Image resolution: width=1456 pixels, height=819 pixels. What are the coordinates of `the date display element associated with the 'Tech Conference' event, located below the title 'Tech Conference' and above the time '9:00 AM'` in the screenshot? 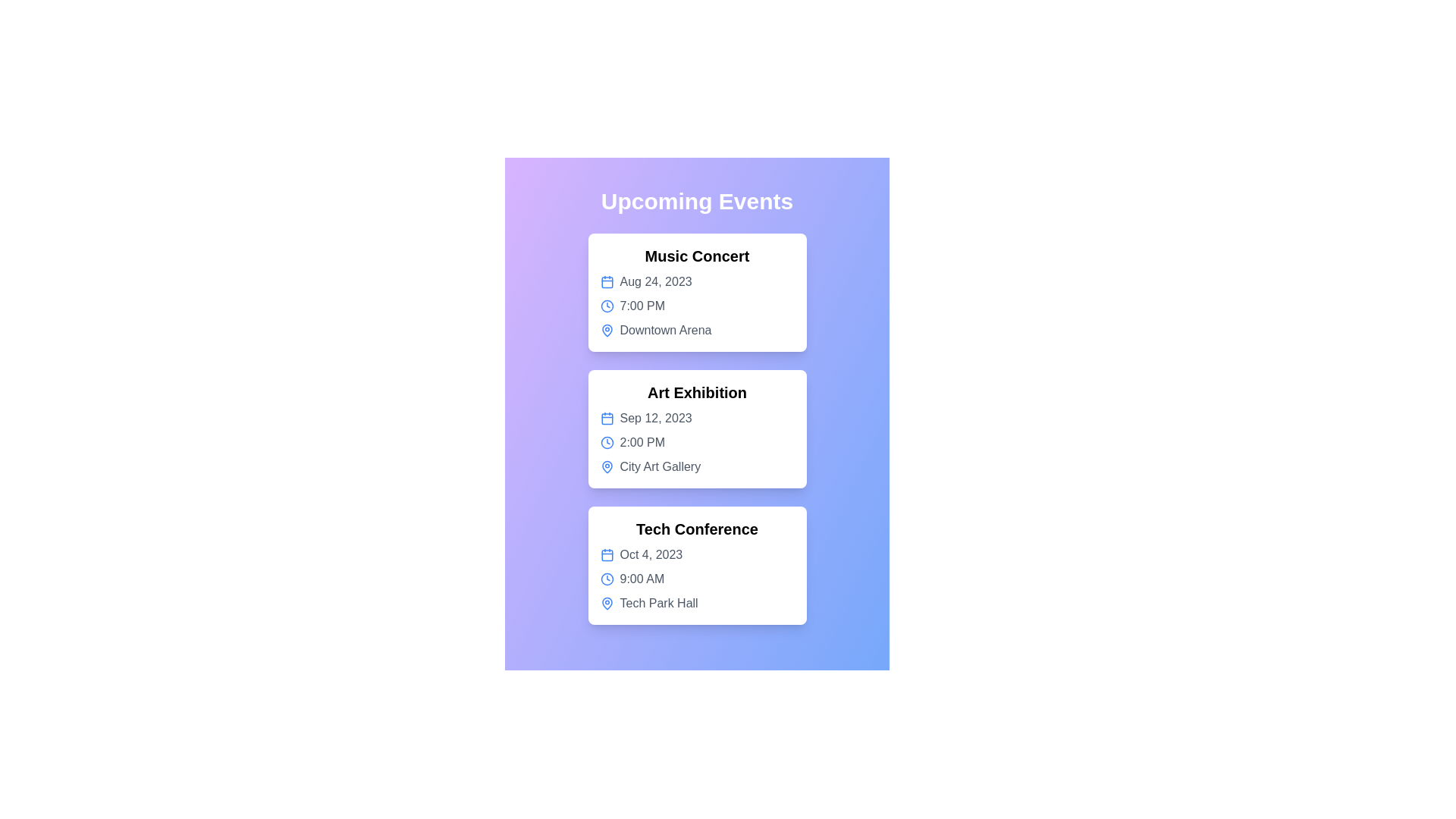 It's located at (696, 555).